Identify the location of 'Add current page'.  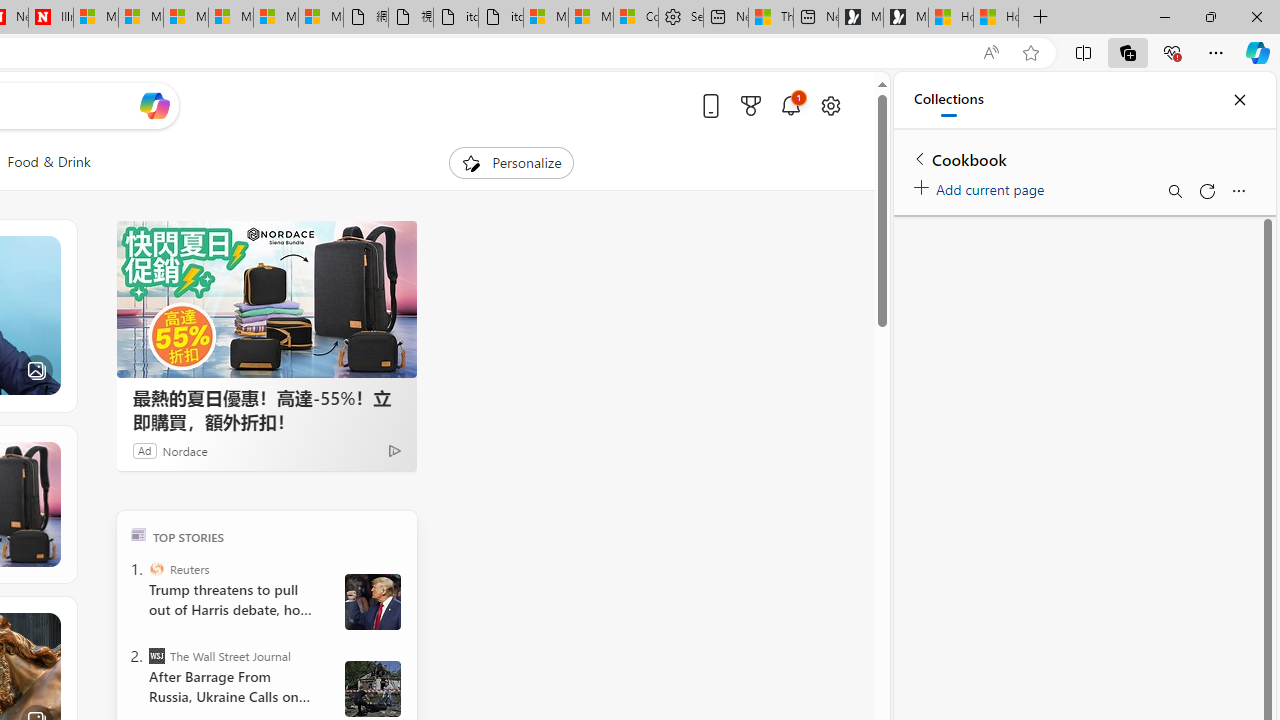
(983, 186).